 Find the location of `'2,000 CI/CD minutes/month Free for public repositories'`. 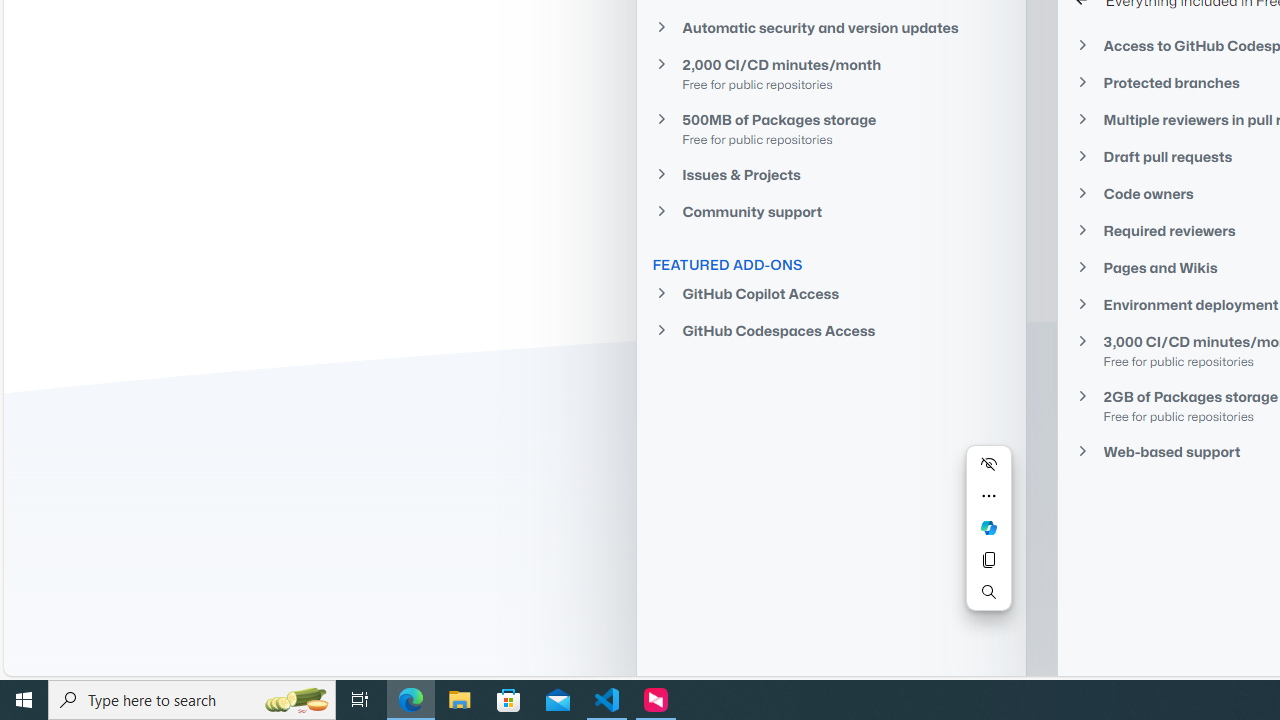

'2,000 CI/CD minutes/month Free for public repositories' is located at coordinates (830, 73).